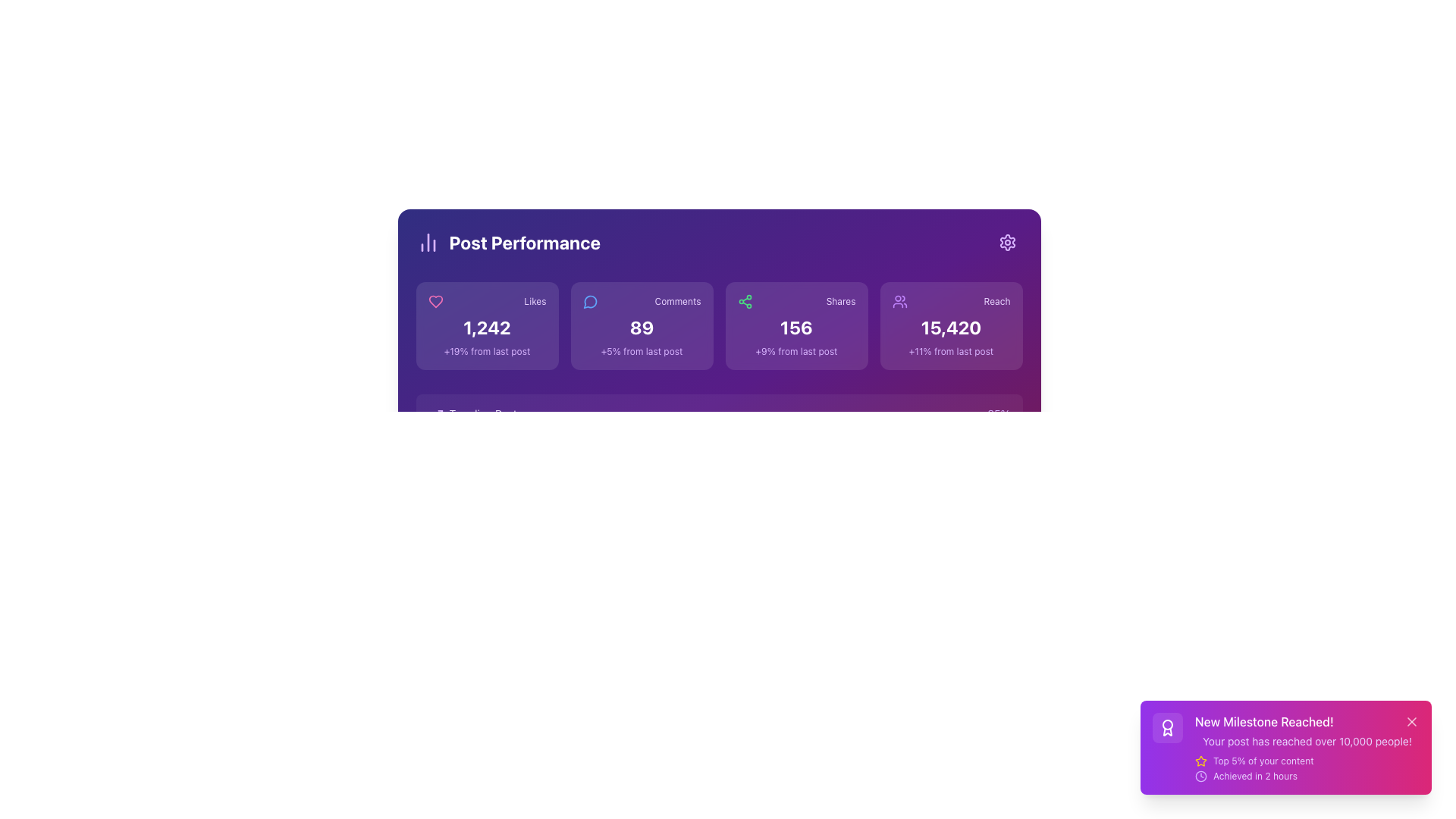 This screenshot has height=819, width=1456. What do you see at coordinates (1306, 721) in the screenshot?
I see `the text label that displays 'New Milestone Reached!' in bold white font within a gradient magenta and purple notification bubble located at the bottom-right corner of the interface` at bounding box center [1306, 721].